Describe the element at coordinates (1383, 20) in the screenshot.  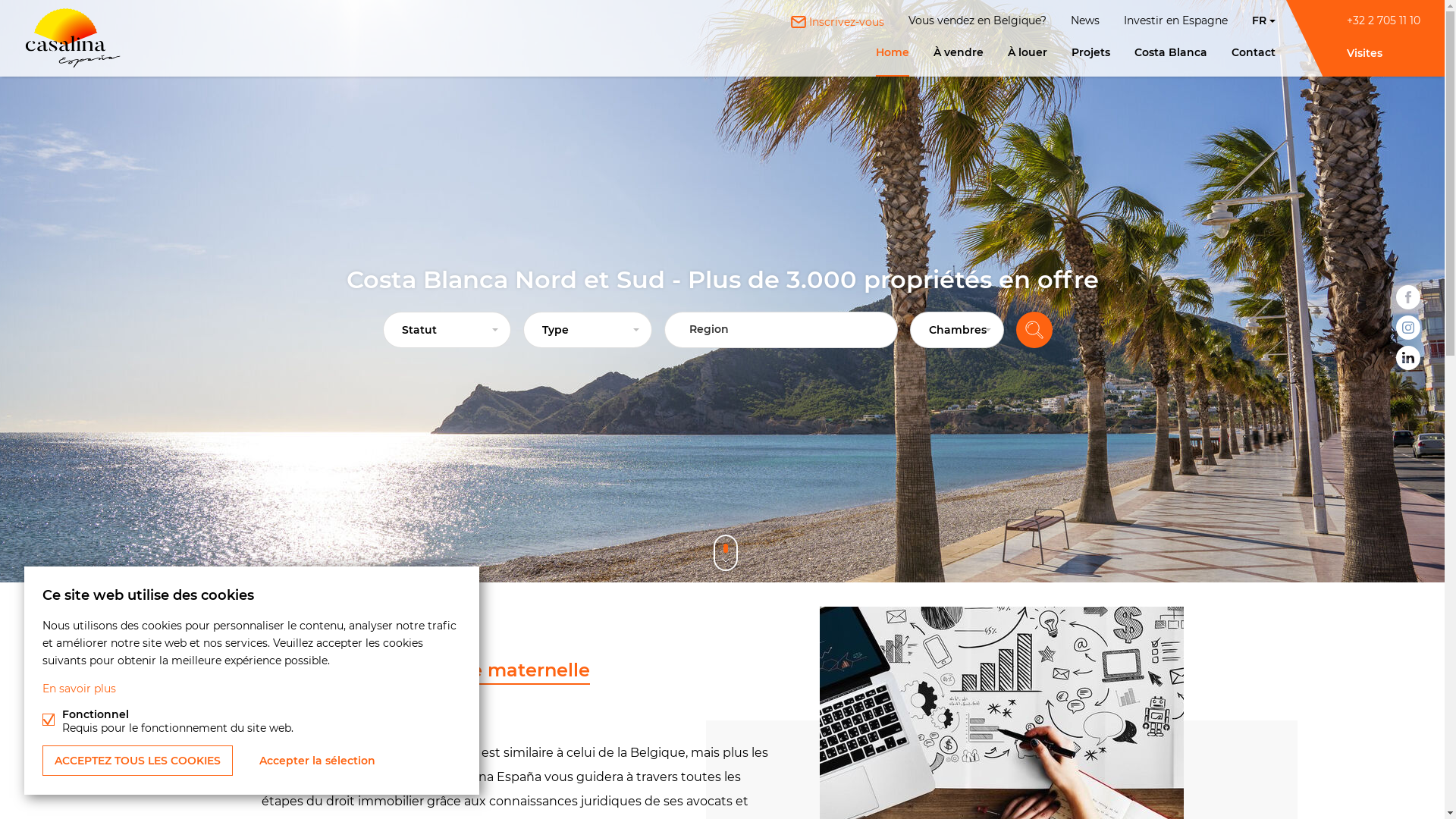
I see `'+32 2 705 11 10'` at that location.